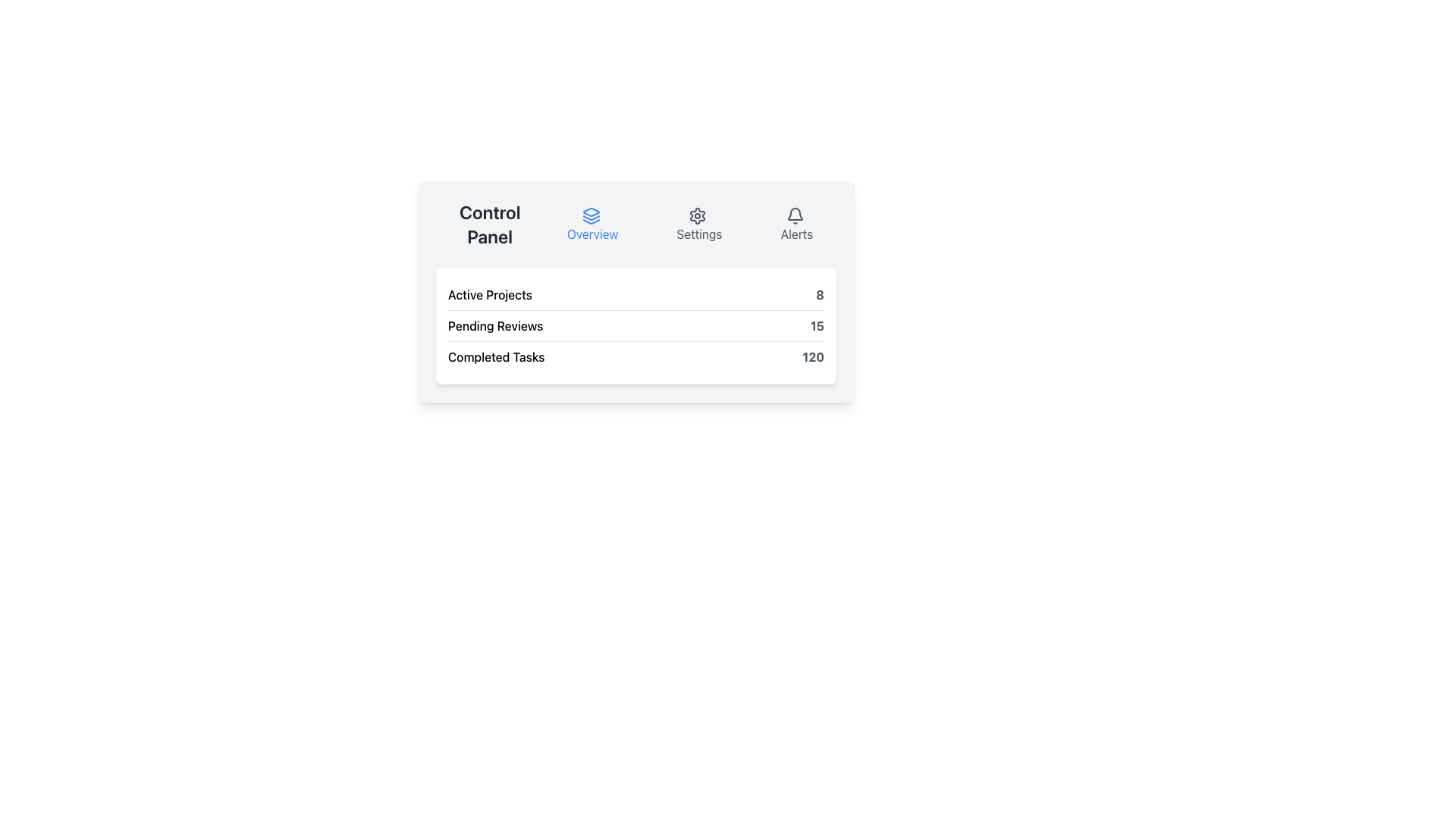 This screenshot has height=819, width=1456. Describe the element at coordinates (698, 223) in the screenshot. I see `the second button in the horizontal navigation bar located between 'Overview' and 'Alerts'` at that location.